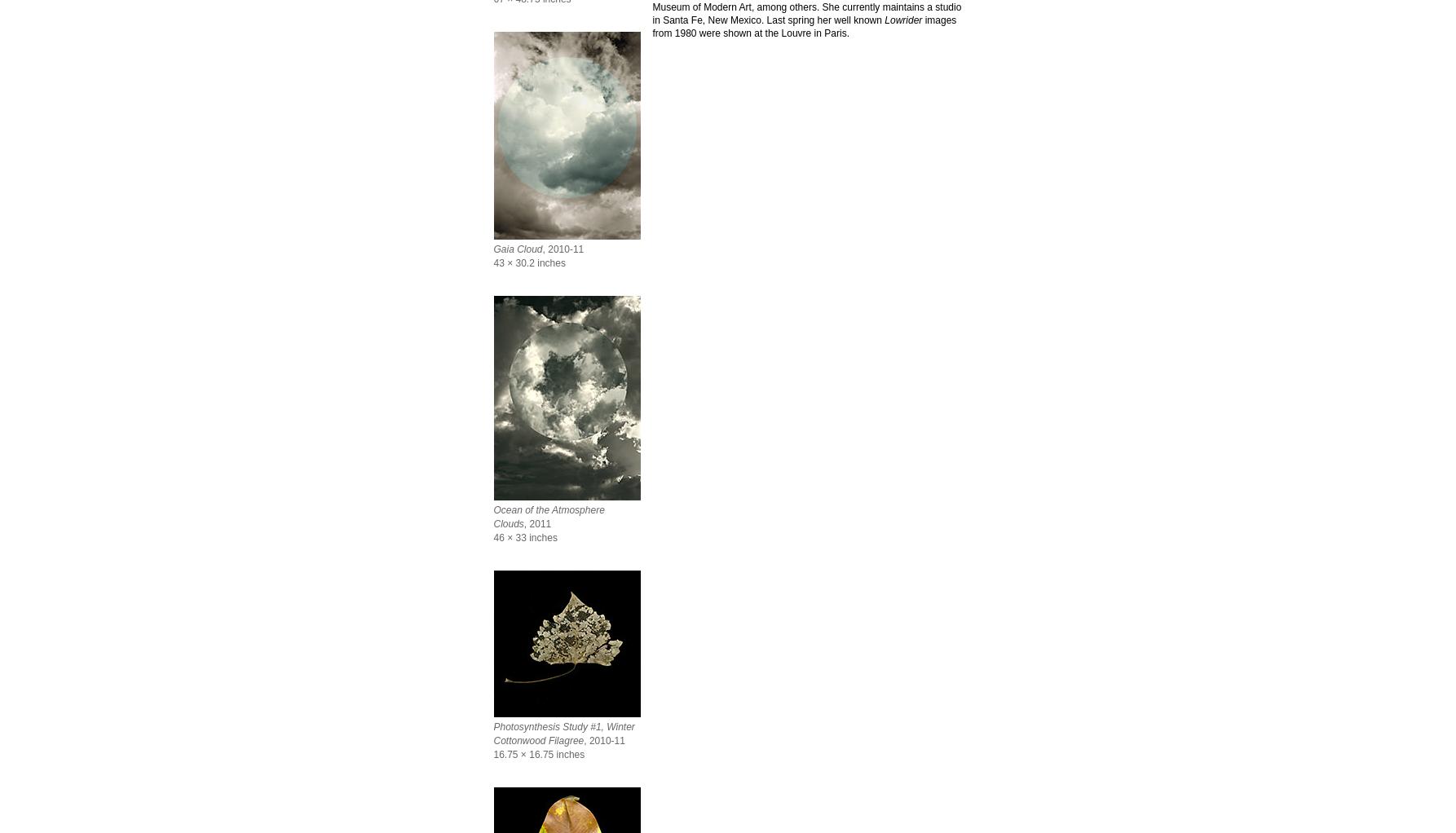  I want to click on '16.75 × 16.75 inches', so click(538, 755).